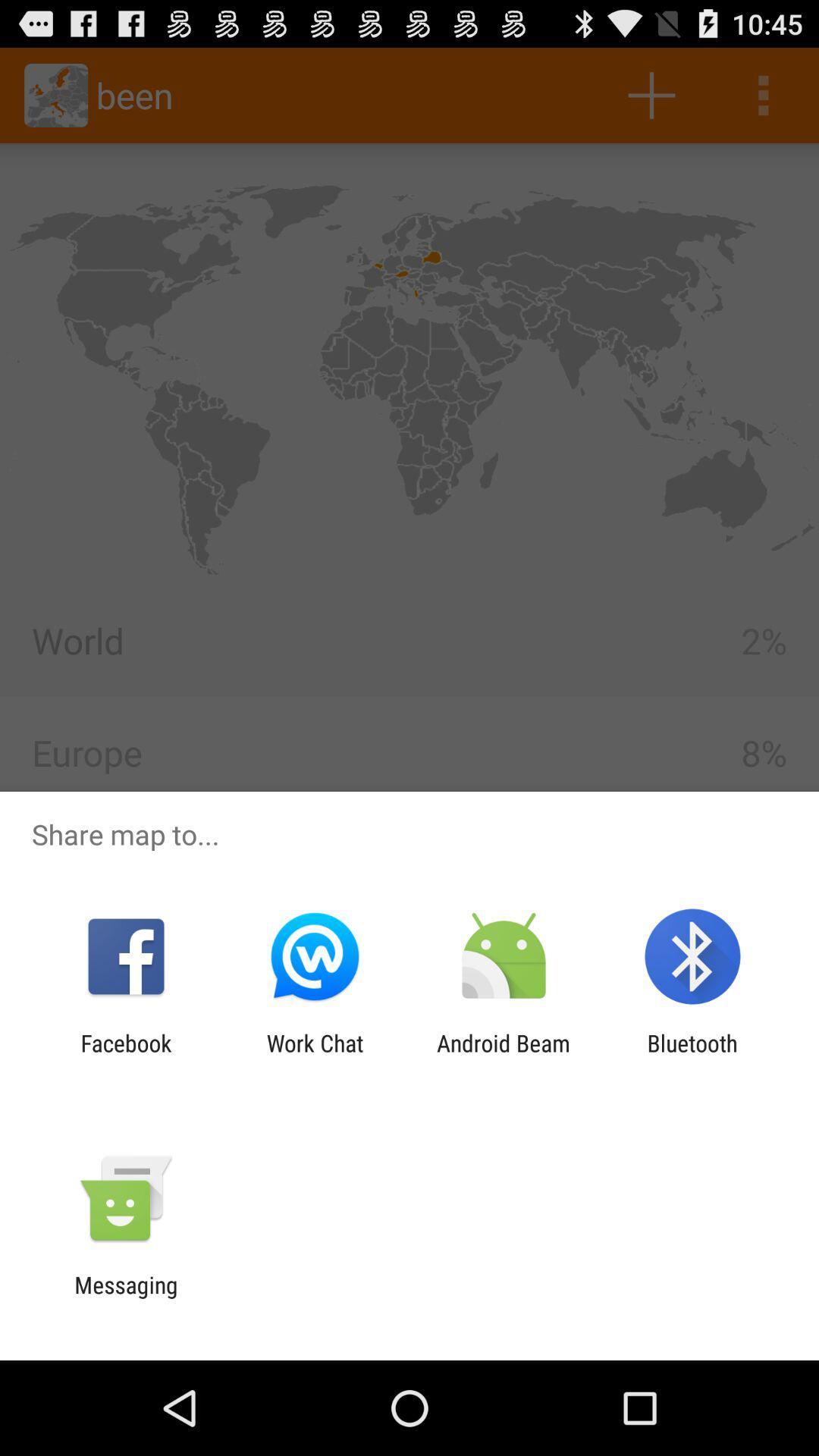 The width and height of the screenshot is (819, 1456). Describe the element at coordinates (314, 1056) in the screenshot. I see `app to the left of the android beam` at that location.